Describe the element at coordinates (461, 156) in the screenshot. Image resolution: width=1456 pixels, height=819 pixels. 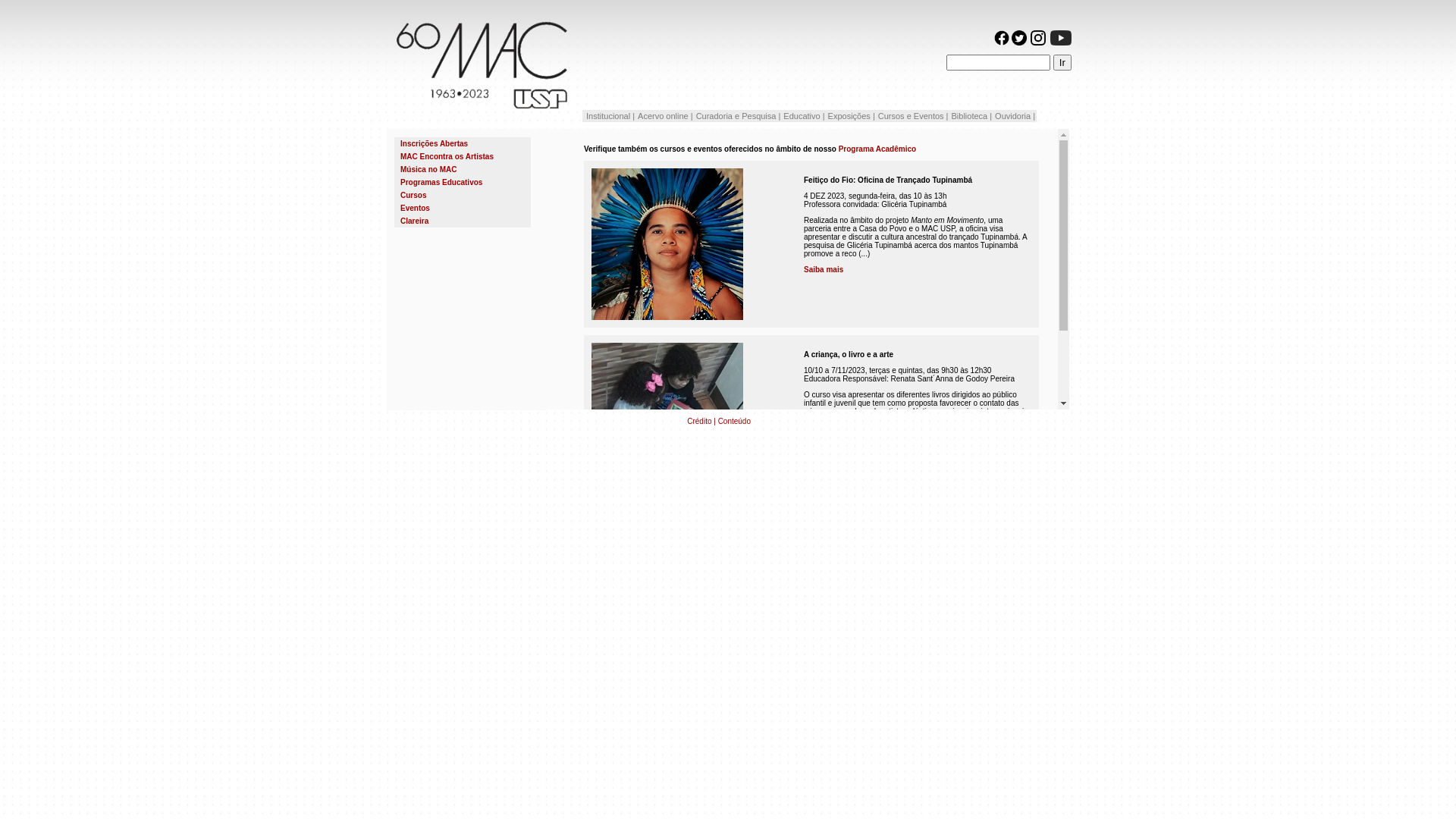
I see `'MAC Encontra os Artistas'` at that location.